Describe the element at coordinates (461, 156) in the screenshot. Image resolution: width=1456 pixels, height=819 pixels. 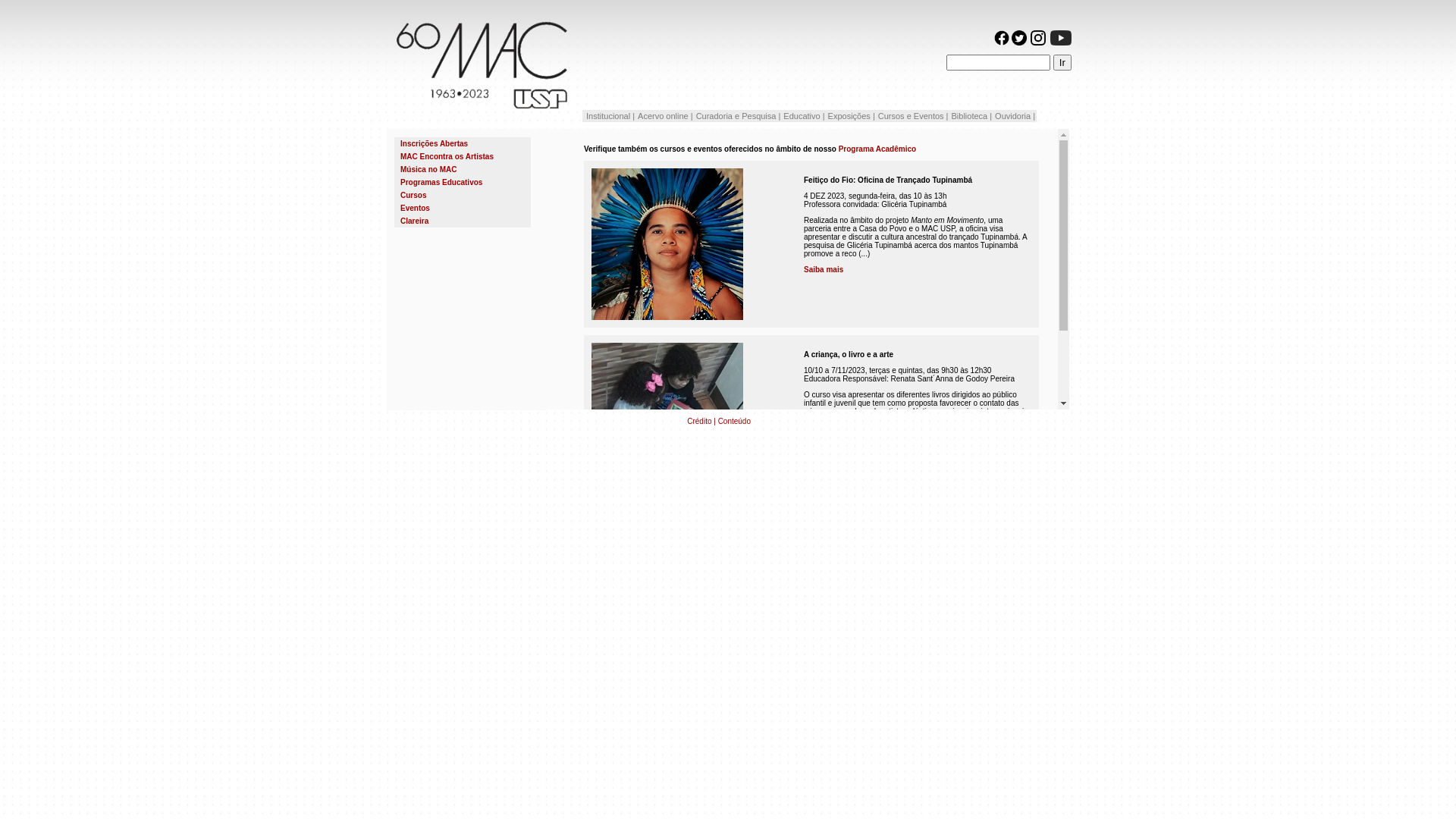
I see `'MAC Encontra os Artistas'` at that location.